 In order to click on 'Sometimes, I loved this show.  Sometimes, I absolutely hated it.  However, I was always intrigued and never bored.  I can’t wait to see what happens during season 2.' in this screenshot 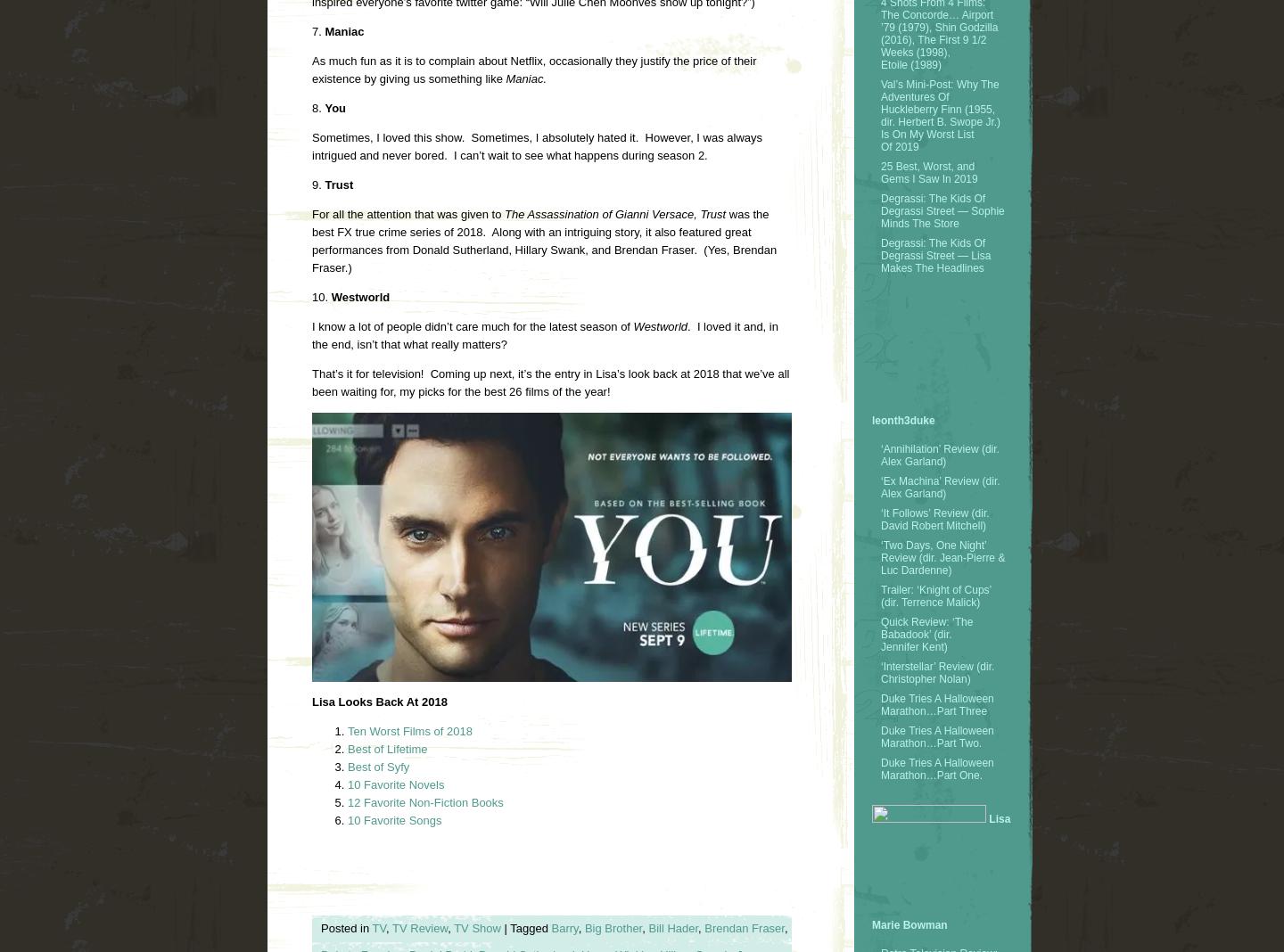, I will do `click(536, 146)`.